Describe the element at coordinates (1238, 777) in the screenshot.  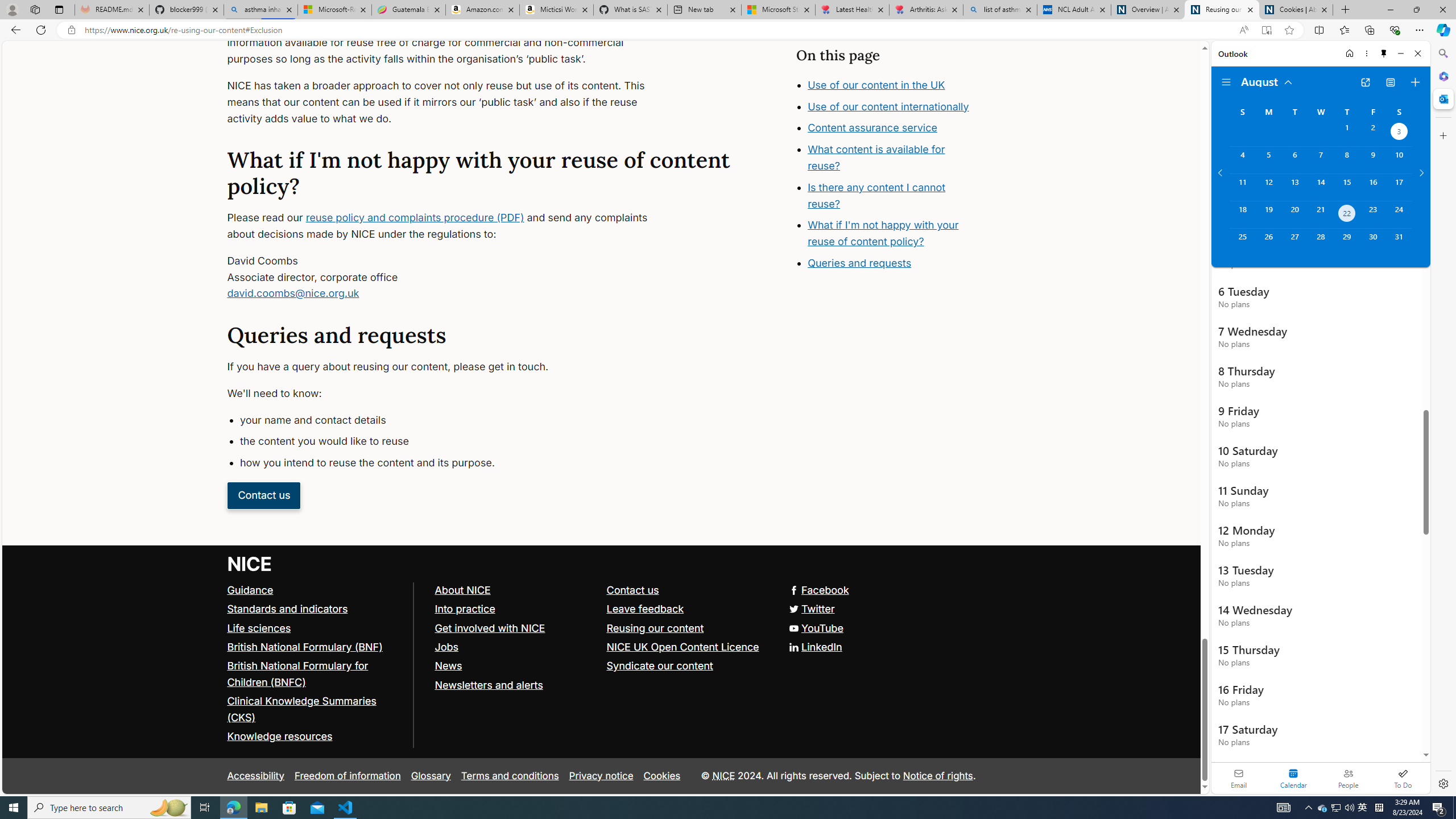
I see `'Email'` at that location.